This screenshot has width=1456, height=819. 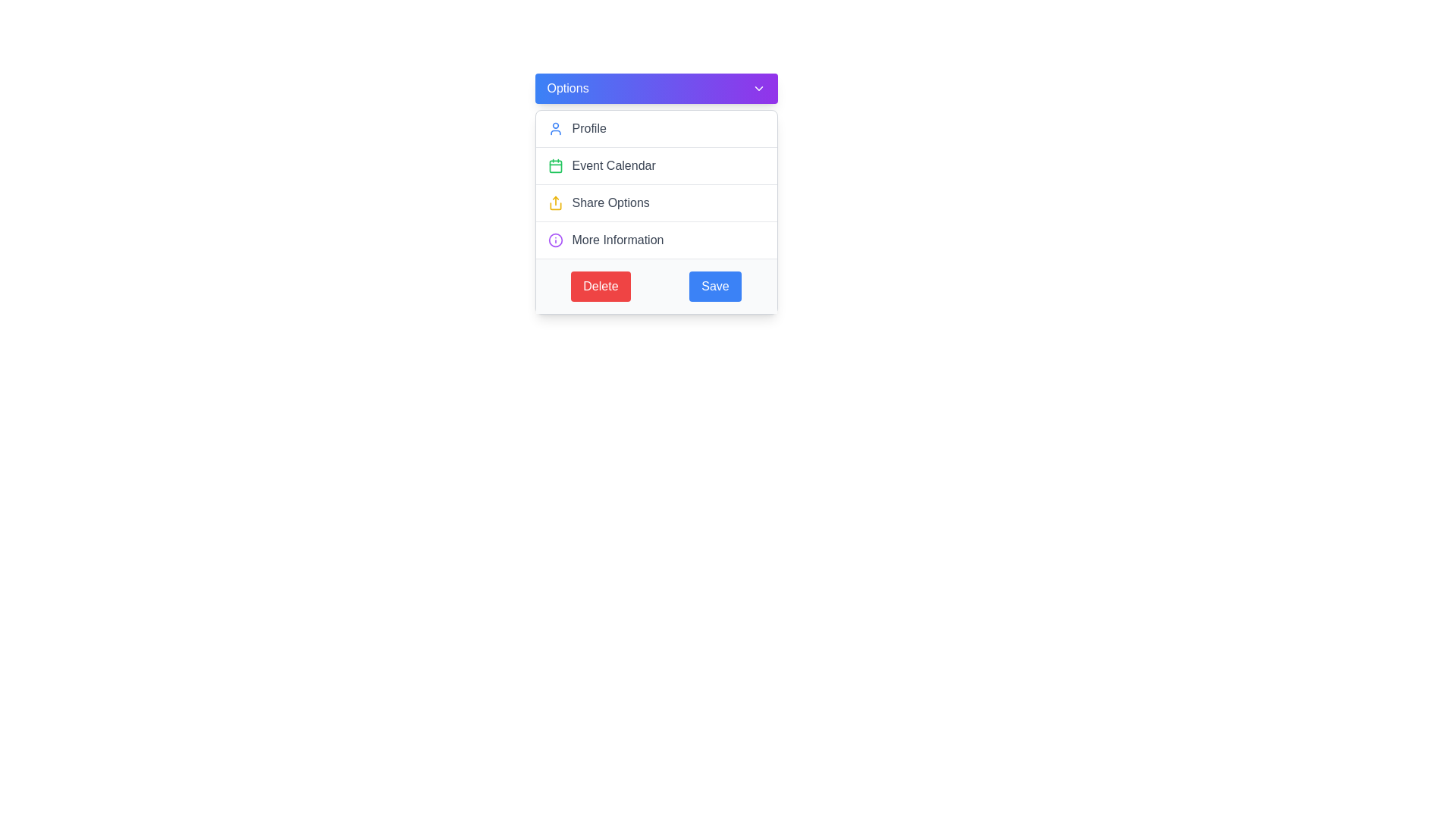 I want to click on the third text label in the dropdown menu that describes sharing options, located between 'Event Calendar' and 'More Information', so click(x=610, y=202).